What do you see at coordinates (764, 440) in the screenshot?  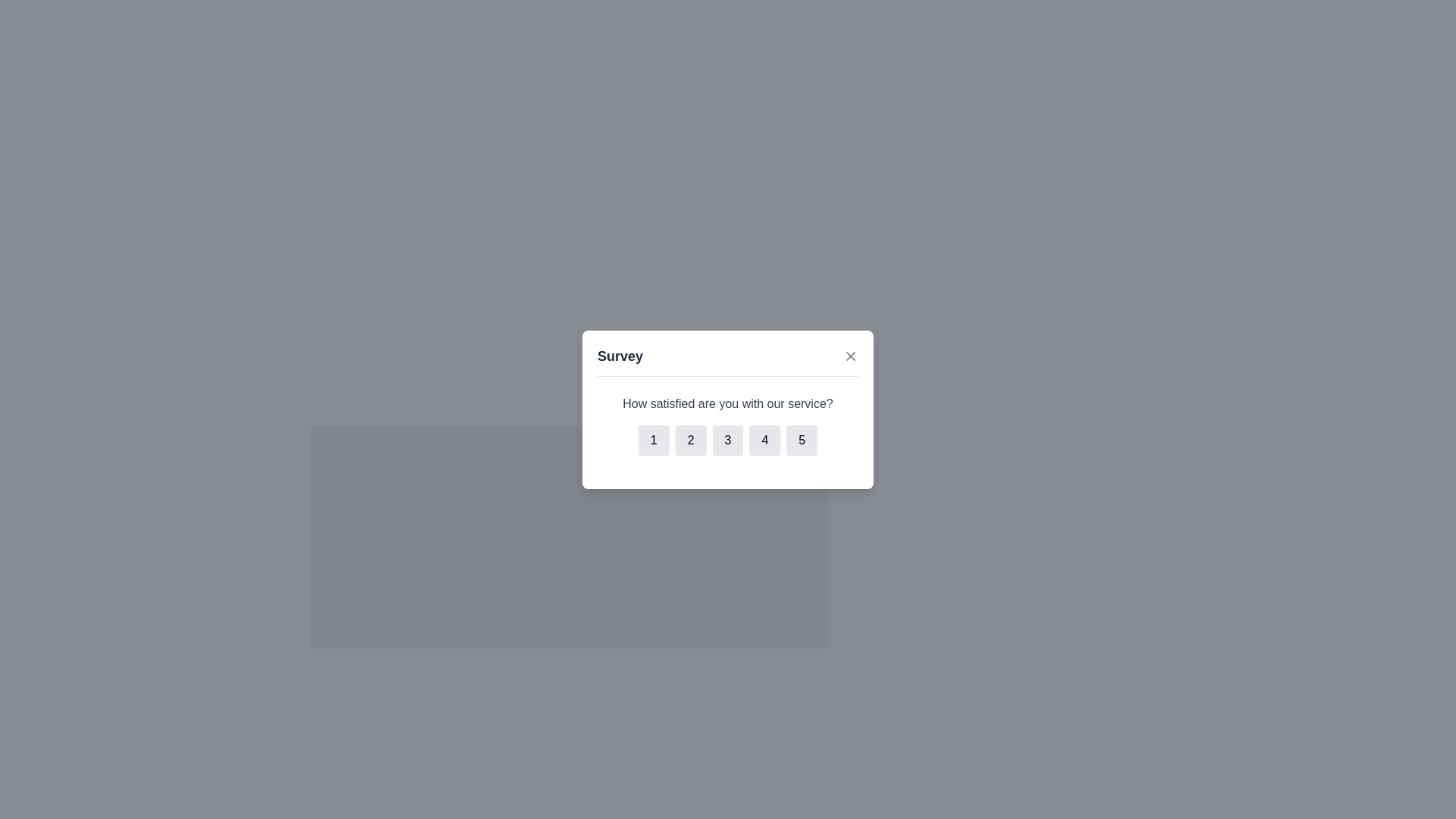 I see `the button labeled '4' which is a rectangular box with a light gray background and slightly rounded corners, located in the center of a survey popup window` at bounding box center [764, 440].